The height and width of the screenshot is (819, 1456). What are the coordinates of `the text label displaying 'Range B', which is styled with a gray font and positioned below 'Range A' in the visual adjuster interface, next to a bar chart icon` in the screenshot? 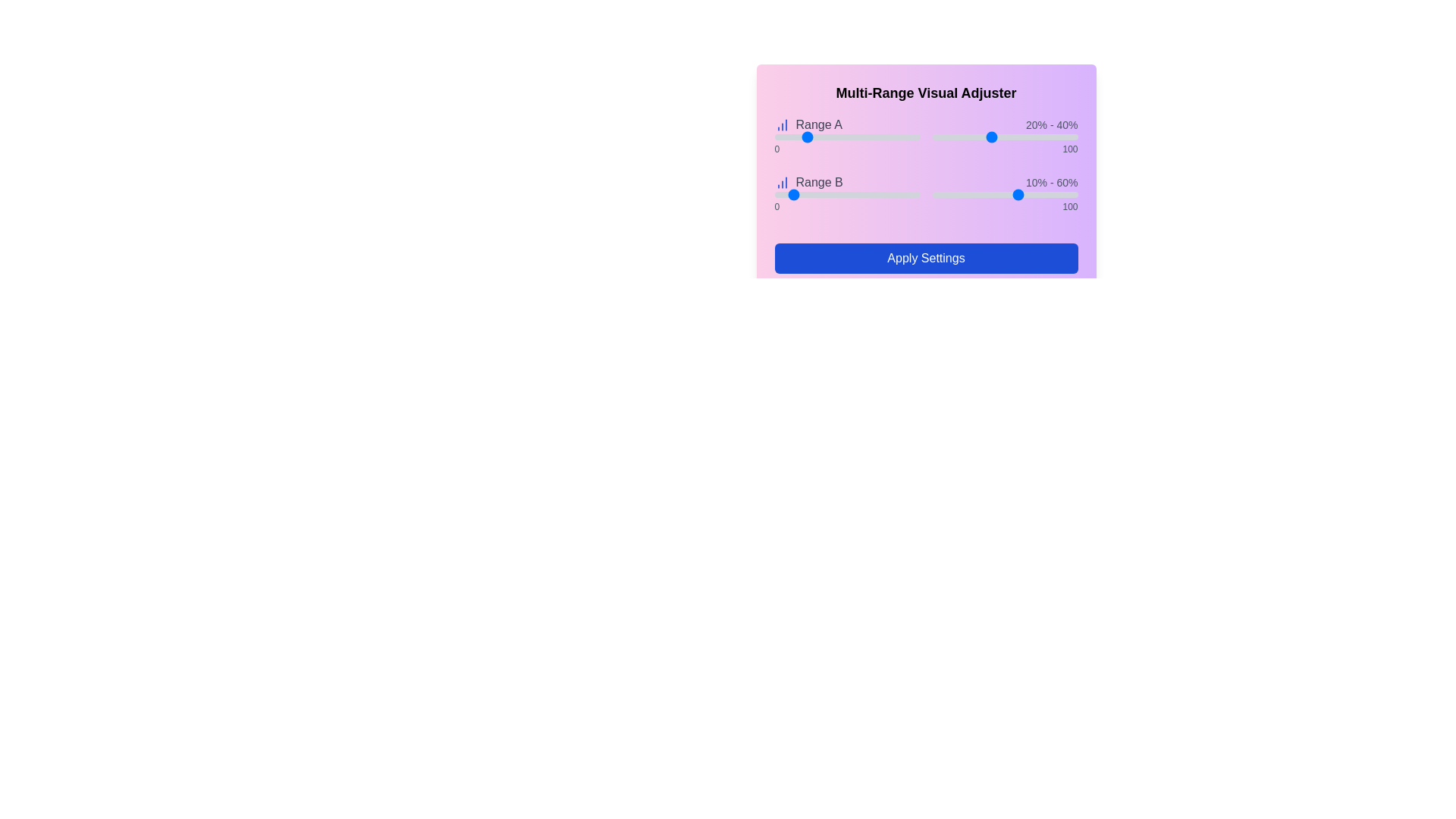 It's located at (818, 181).